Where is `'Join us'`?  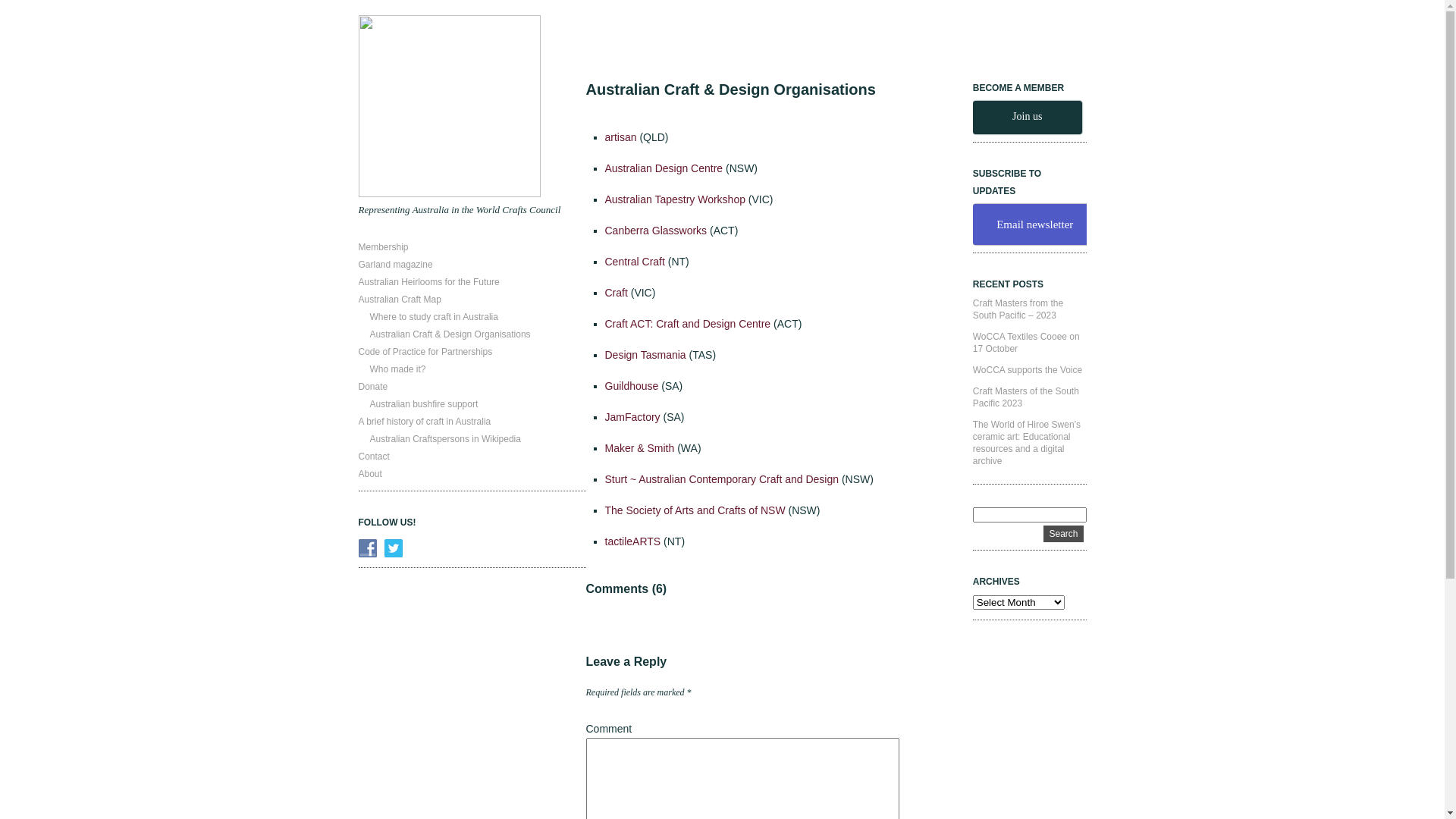 'Join us' is located at coordinates (1027, 116).